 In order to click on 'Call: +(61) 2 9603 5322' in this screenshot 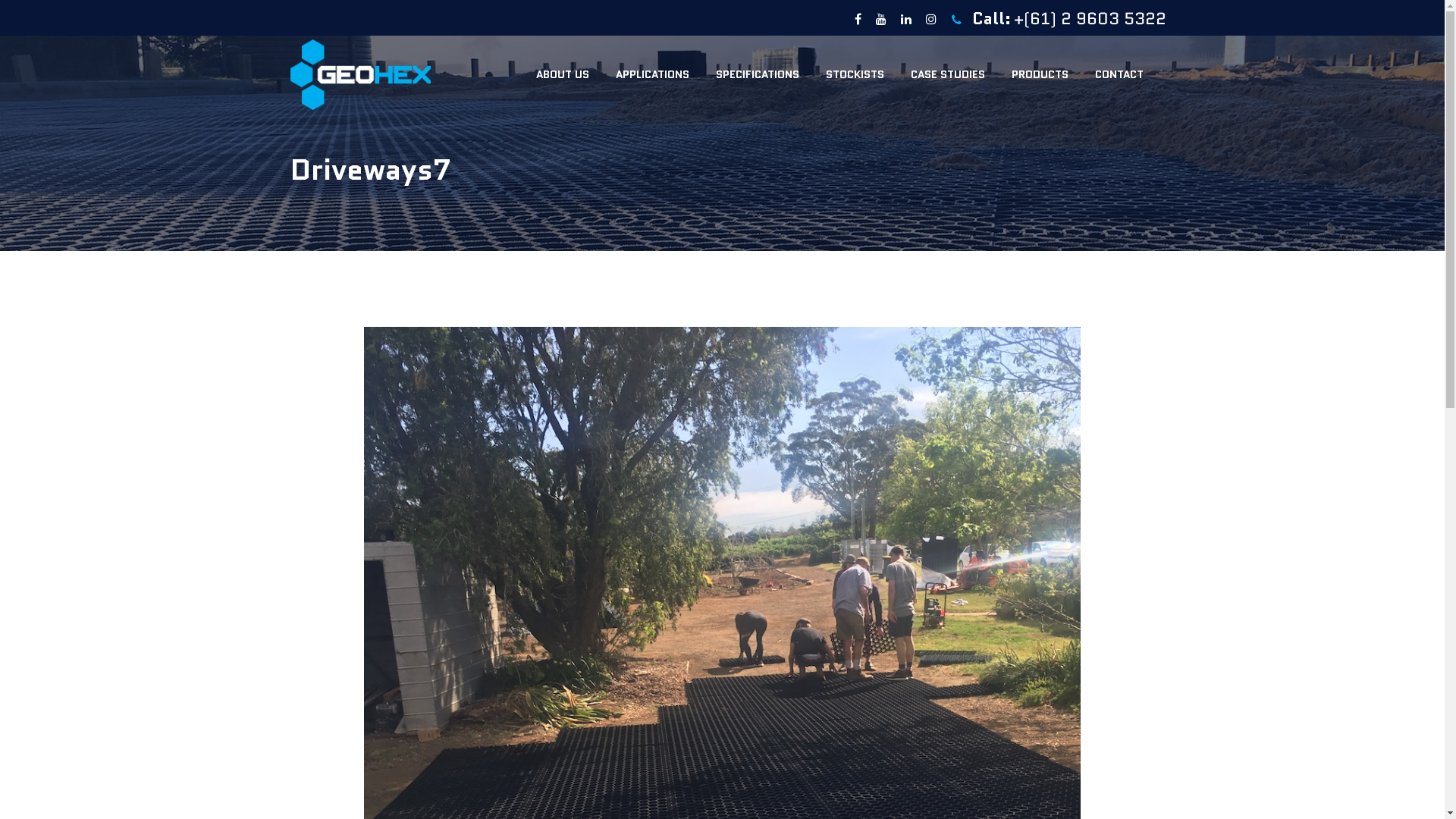, I will do `click(1057, 20)`.